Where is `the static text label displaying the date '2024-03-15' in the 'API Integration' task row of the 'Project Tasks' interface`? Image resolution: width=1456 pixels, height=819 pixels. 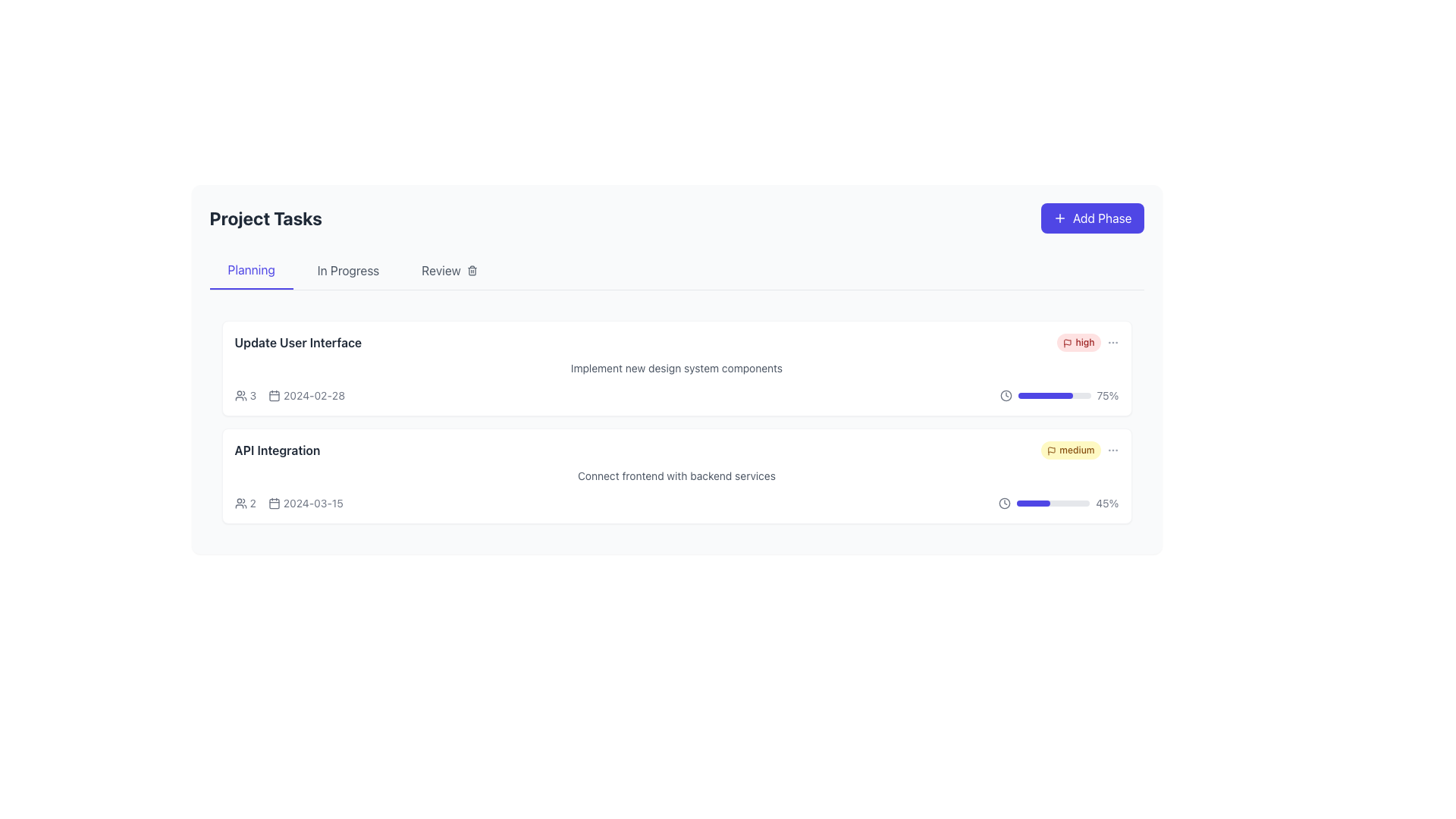
the static text label displaying the date '2024-03-15' in the 'API Integration' task row of the 'Project Tasks' interface is located at coordinates (312, 503).